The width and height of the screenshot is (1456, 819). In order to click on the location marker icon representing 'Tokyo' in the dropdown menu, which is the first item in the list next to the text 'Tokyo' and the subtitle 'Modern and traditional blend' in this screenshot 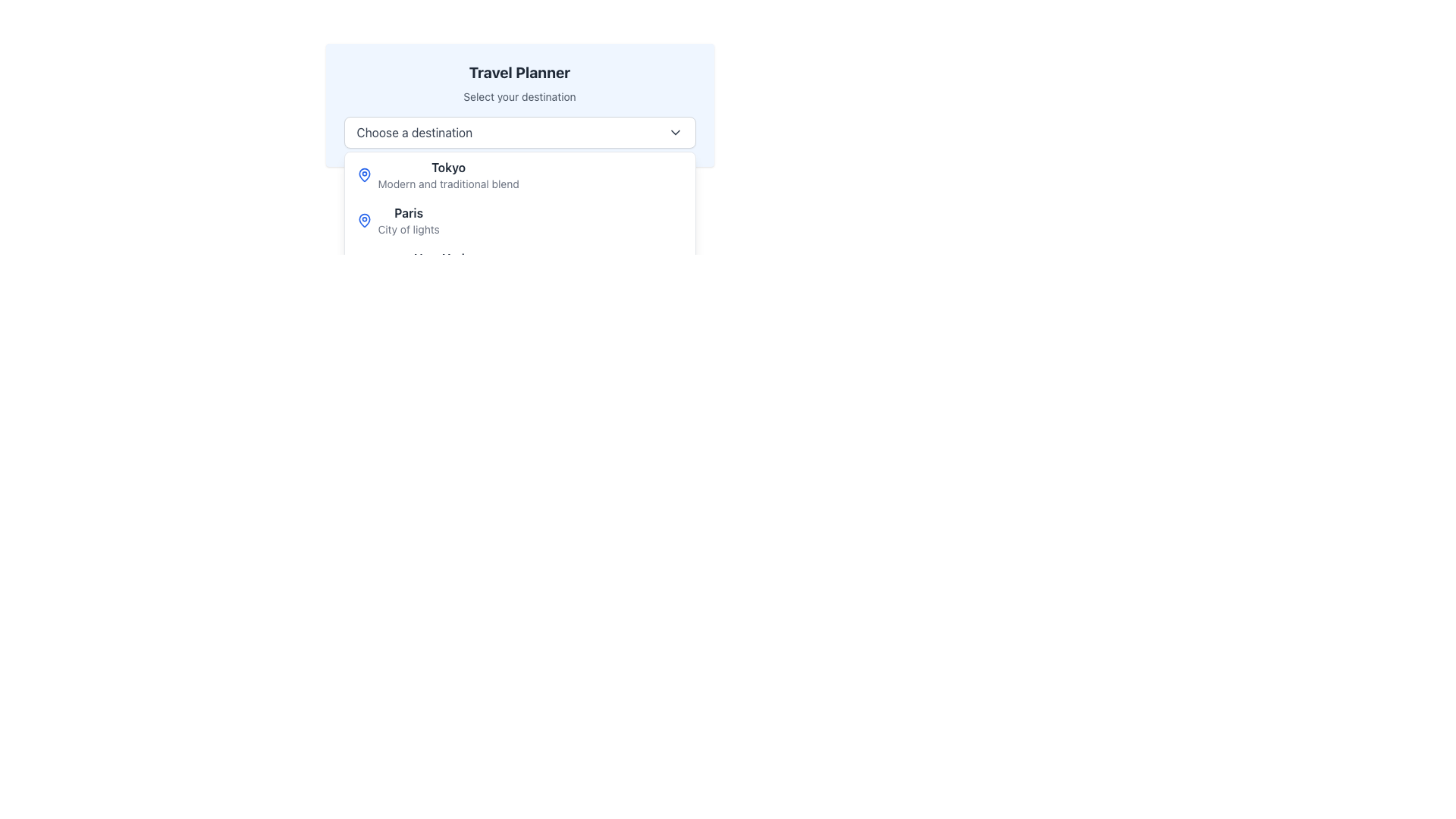, I will do `click(364, 174)`.